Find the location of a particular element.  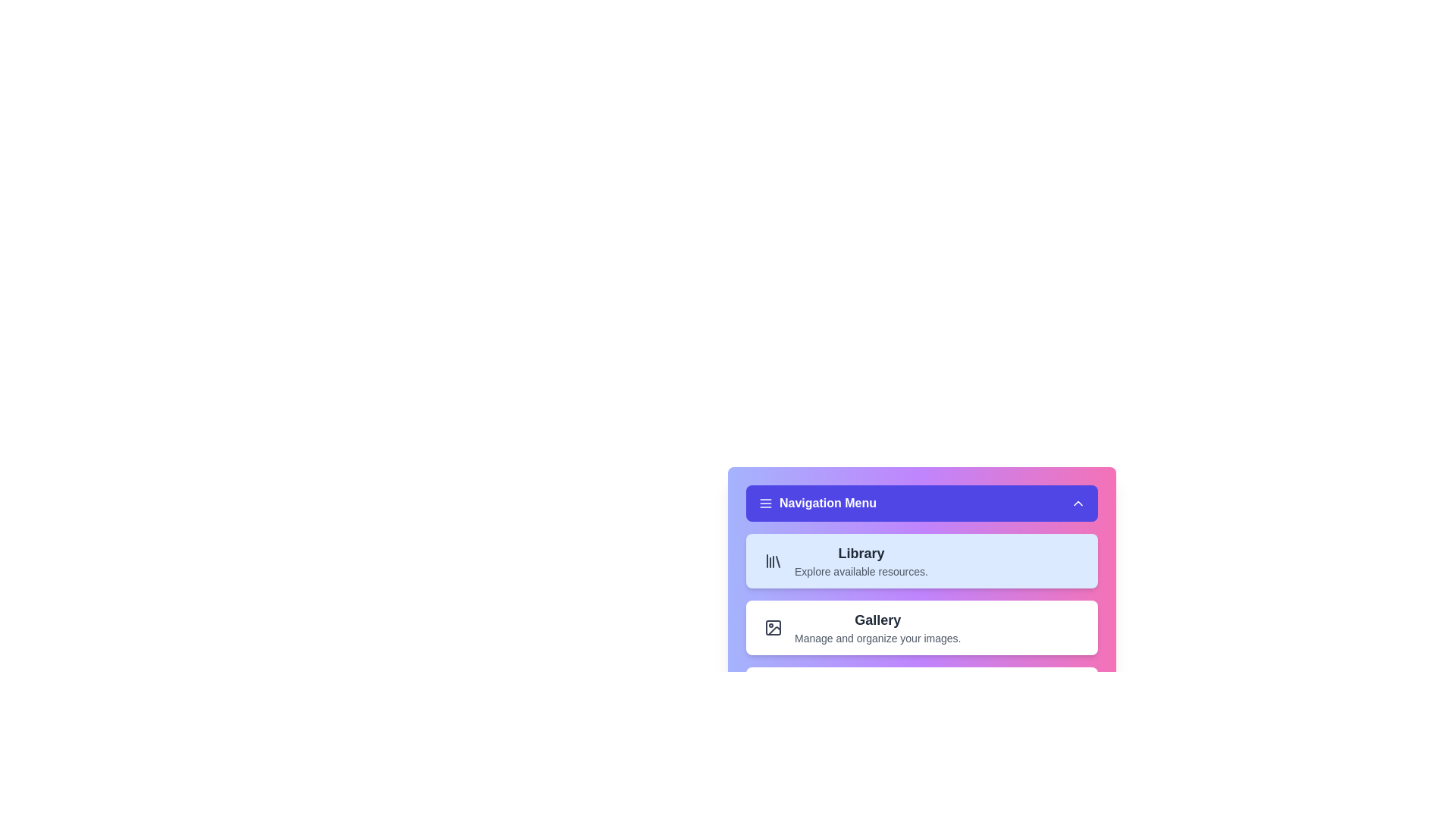

the 'Navigation Menu' button to toggle the menu visibility is located at coordinates (921, 503).